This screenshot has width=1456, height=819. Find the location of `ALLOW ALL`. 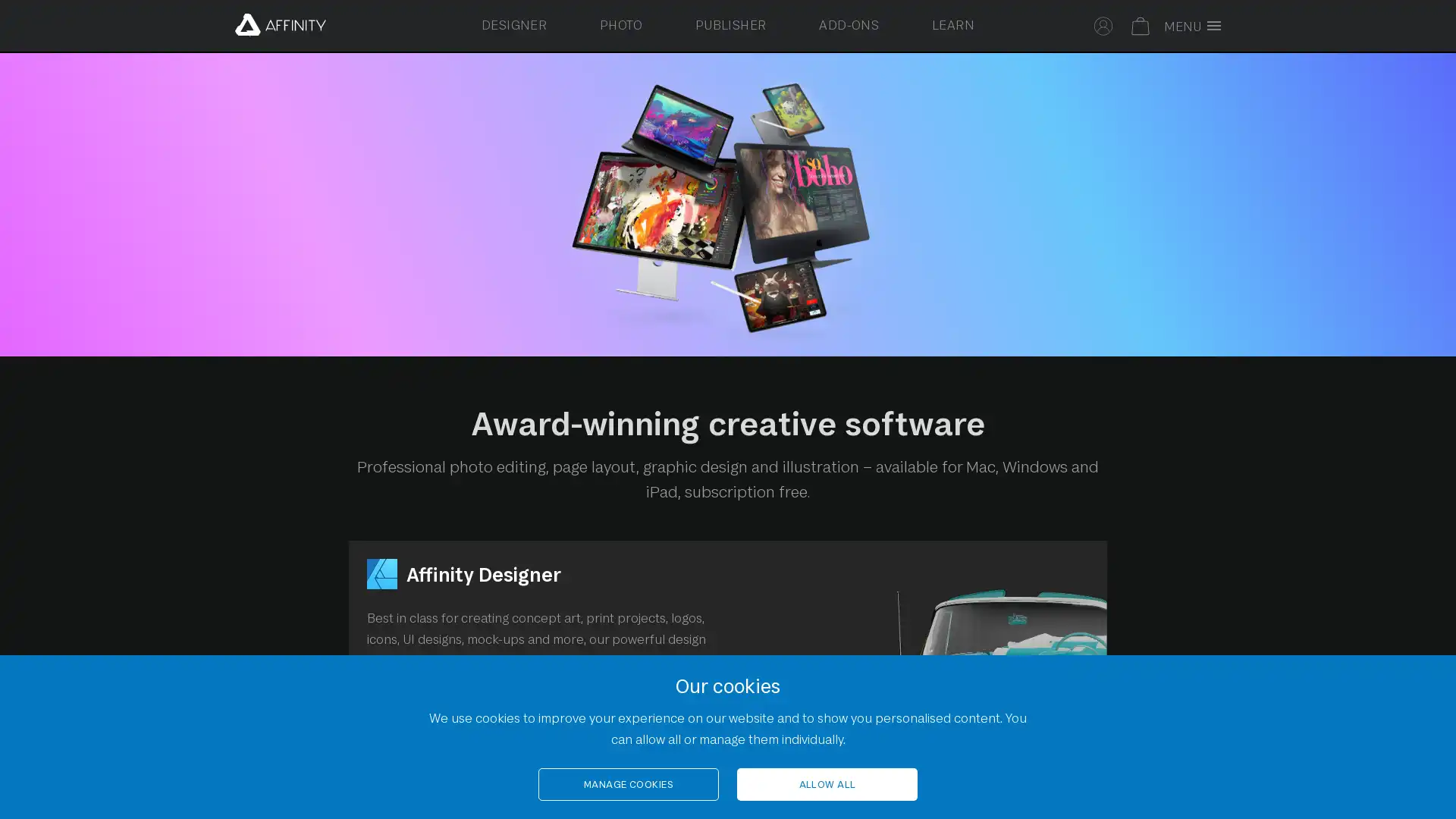

ALLOW ALL is located at coordinates (826, 784).